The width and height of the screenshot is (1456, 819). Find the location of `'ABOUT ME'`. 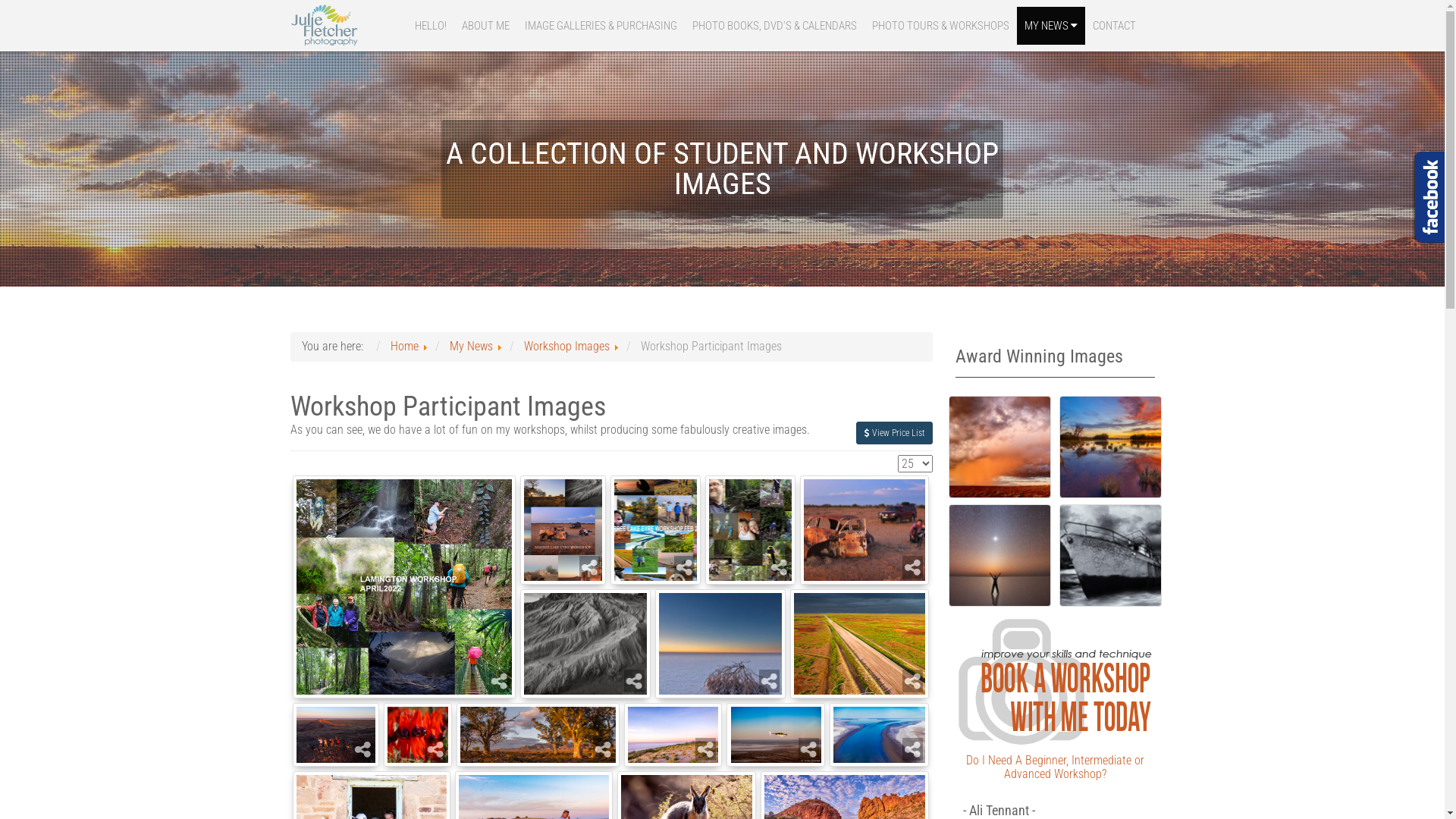

'ABOUT ME' is located at coordinates (484, 26).